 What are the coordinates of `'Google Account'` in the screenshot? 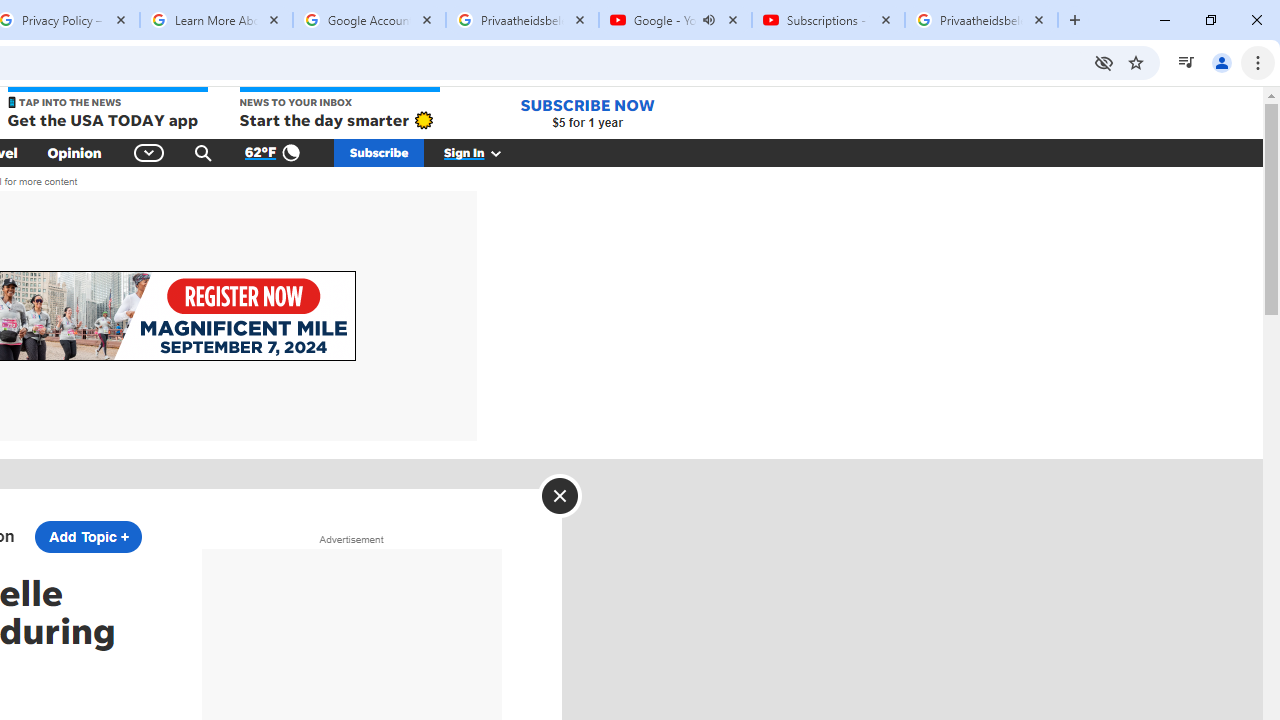 It's located at (369, 20).